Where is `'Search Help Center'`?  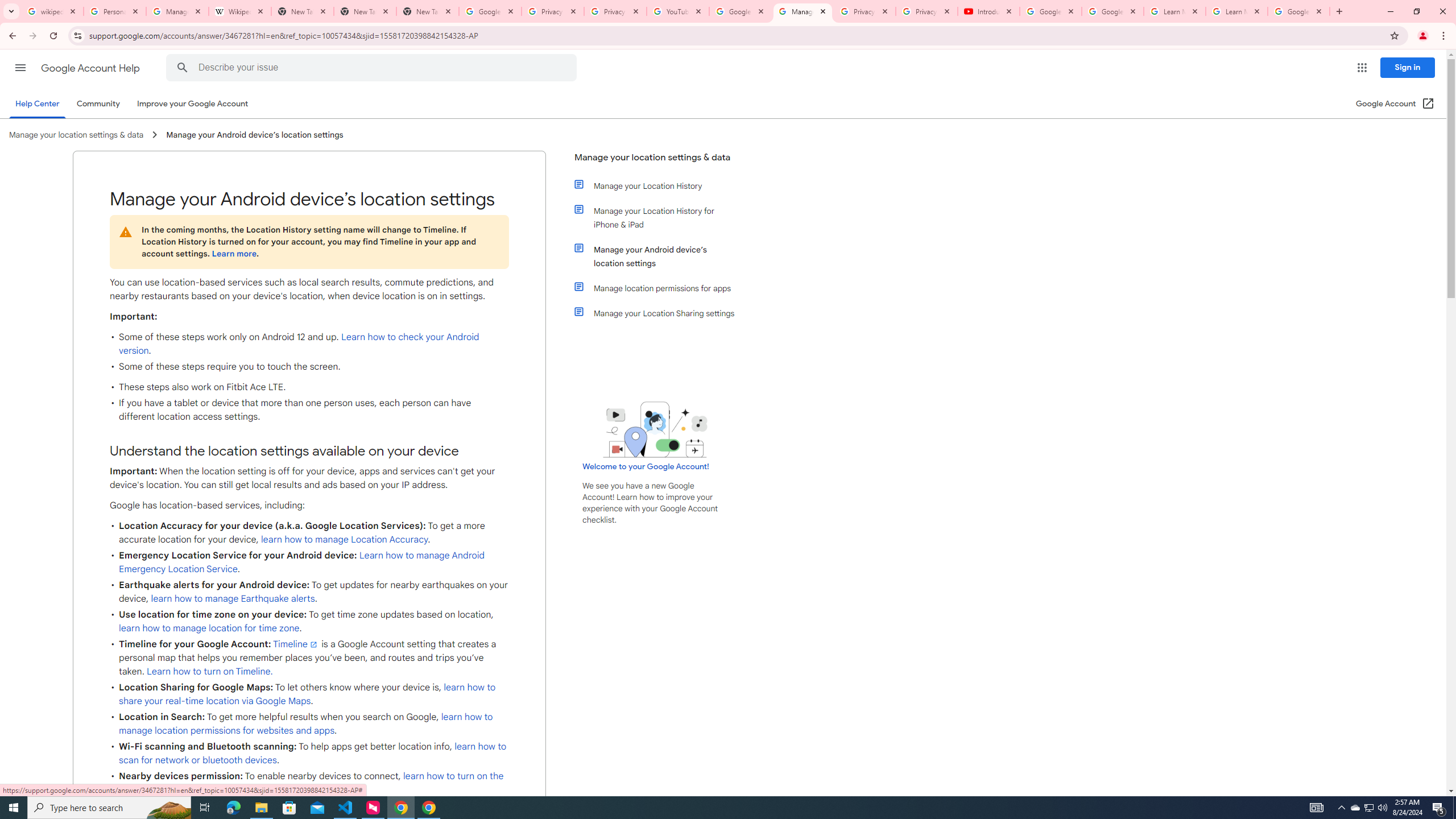 'Search Help Center' is located at coordinates (181, 67).